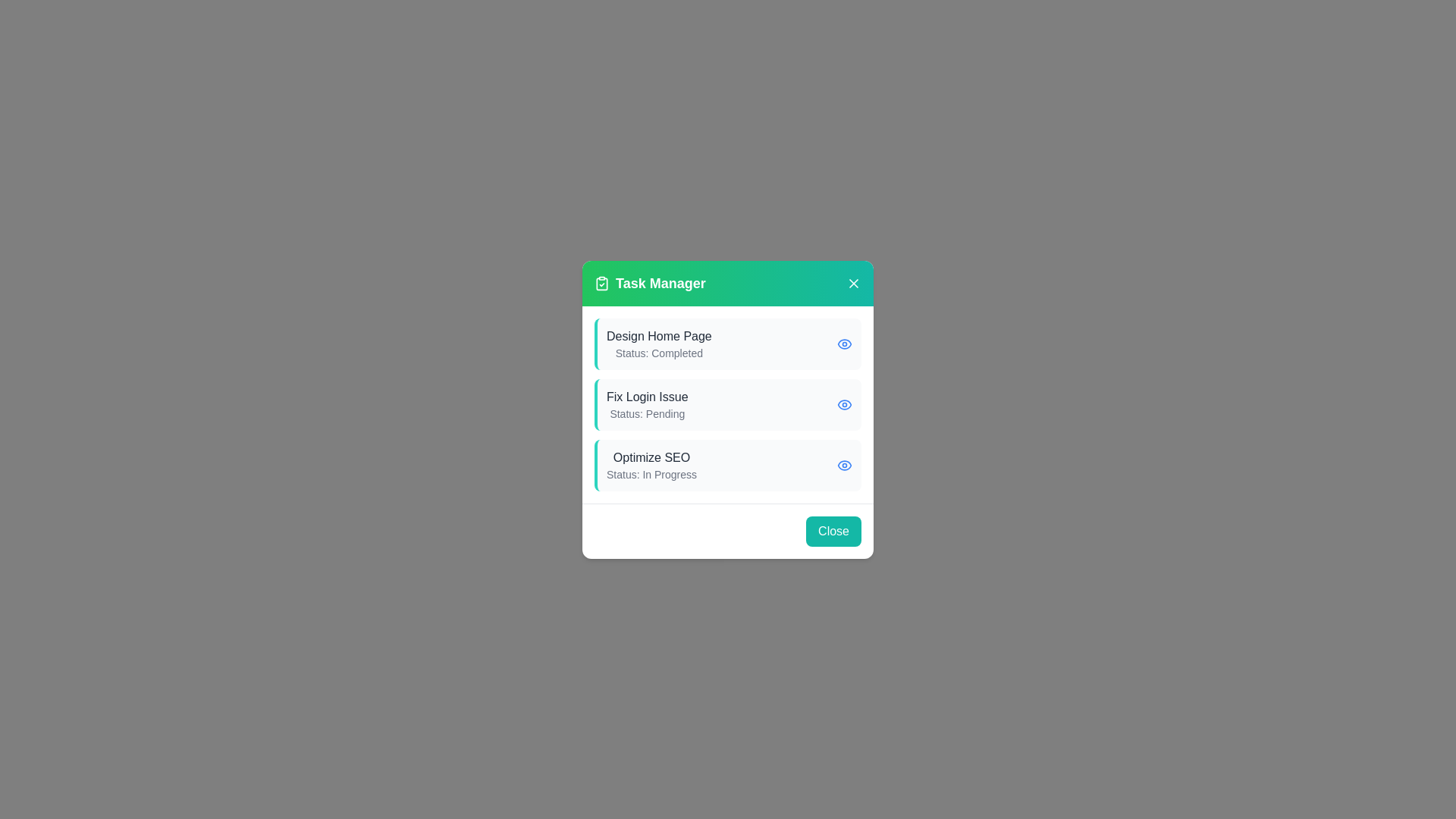  Describe the element at coordinates (843, 403) in the screenshot. I see `the icon button located next to the 'Fix Login Issue' task` at that location.